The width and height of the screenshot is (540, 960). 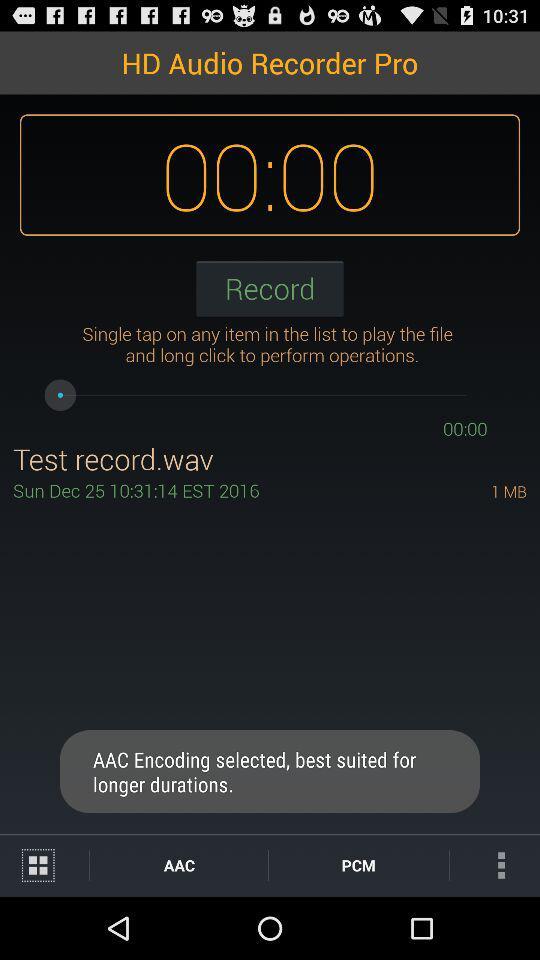 What do you see at coordinates (179, 864) in the screenshot?
I see `aac` at bounding box center [179, 864].